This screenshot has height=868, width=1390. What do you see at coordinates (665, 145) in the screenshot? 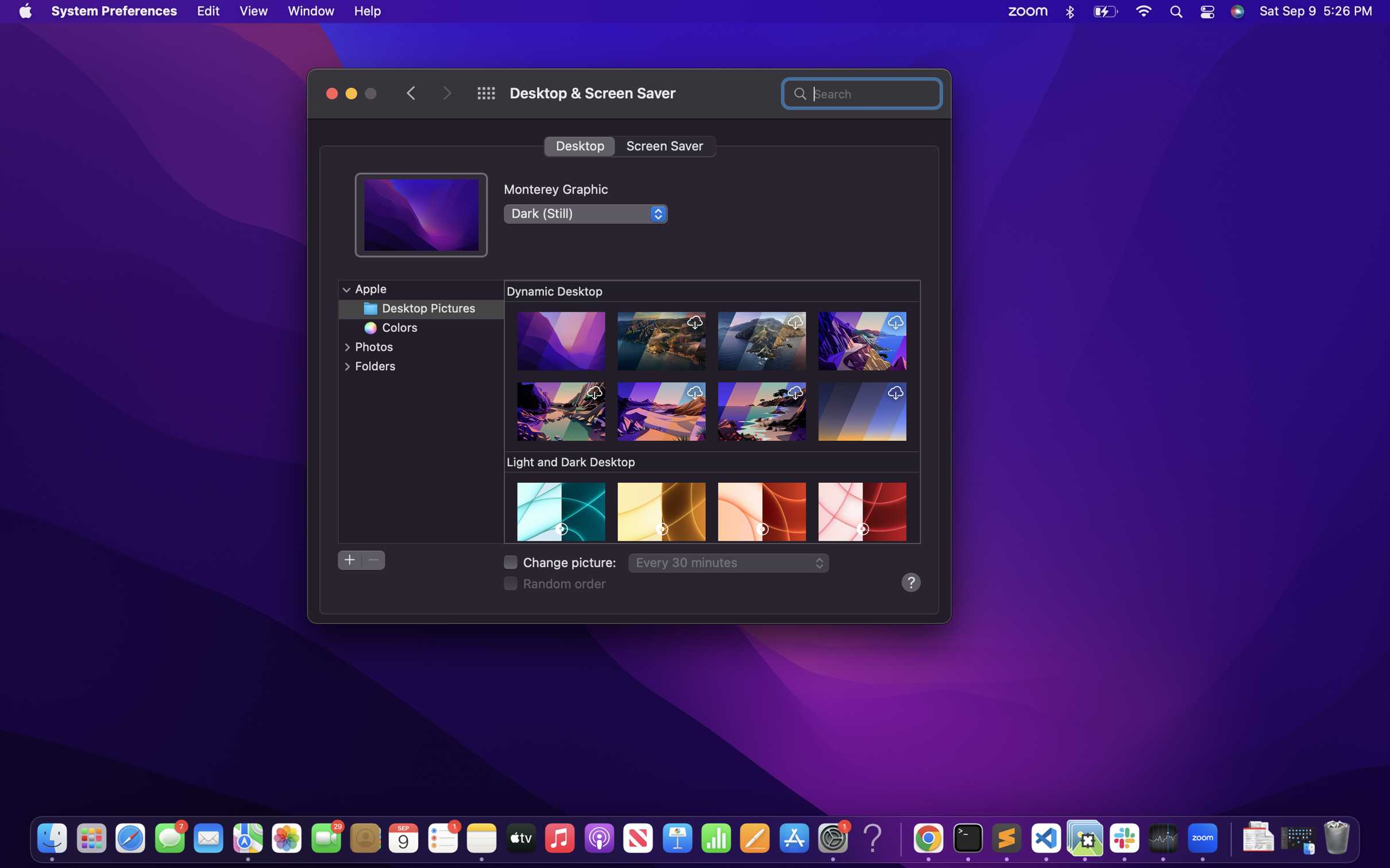
I see `the screen saver tab in the settings` at bounding box center [665, 145].